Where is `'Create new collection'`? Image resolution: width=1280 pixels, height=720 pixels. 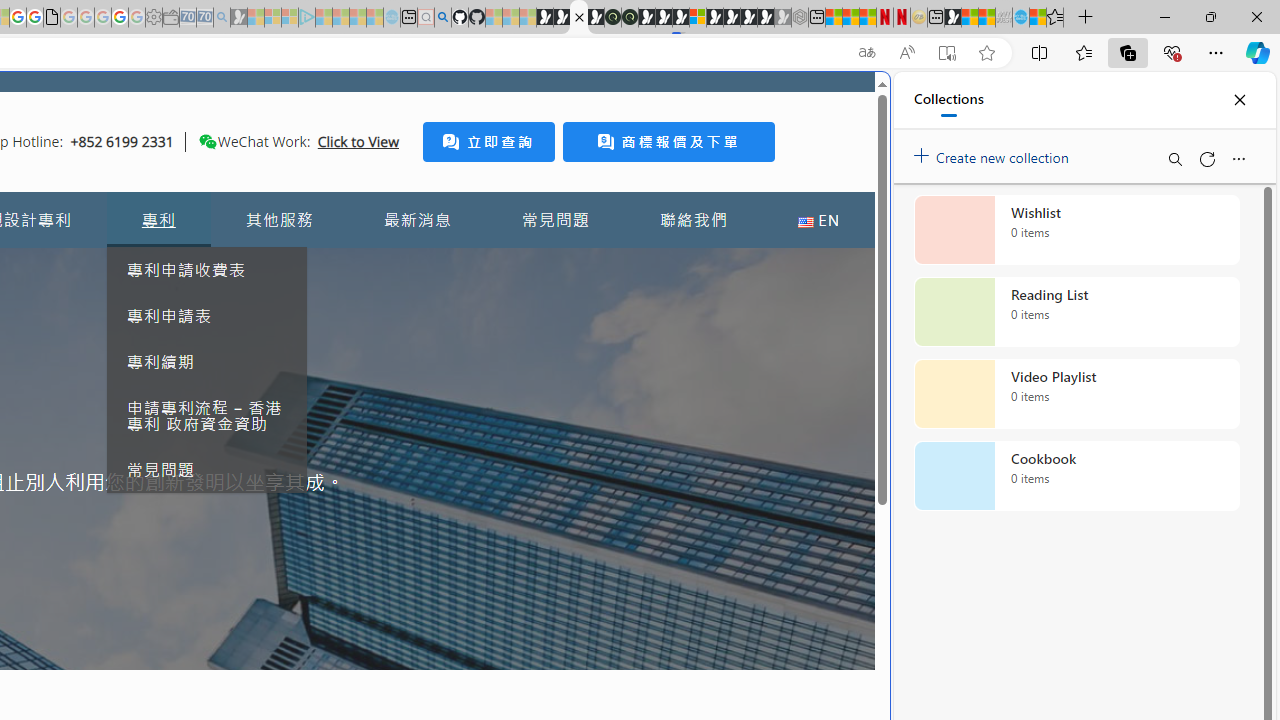
'Create new collection' is located at coordinates (995, 152).